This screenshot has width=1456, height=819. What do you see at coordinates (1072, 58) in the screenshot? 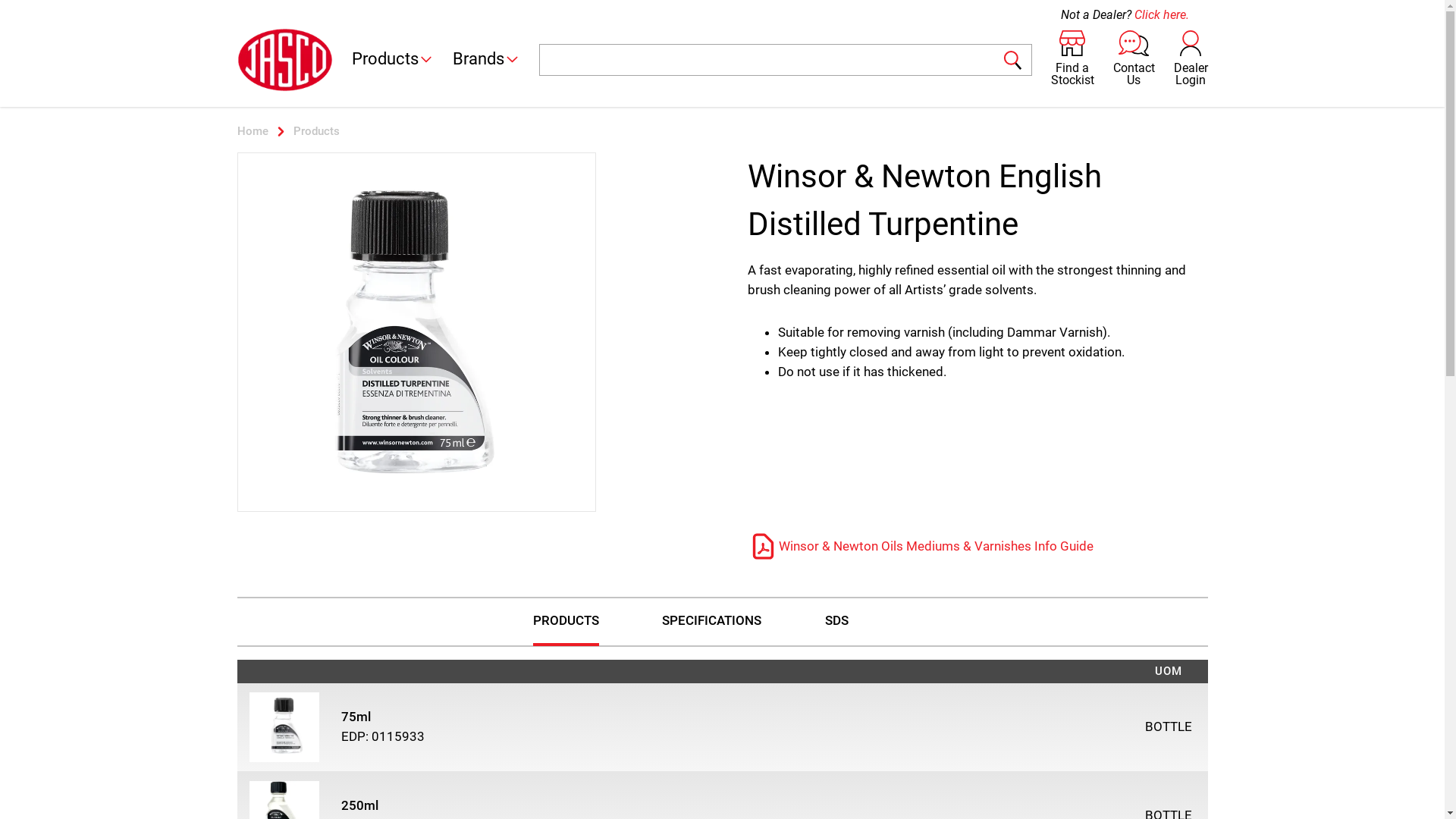
I see `'Find a` at bounding box center [1072, 58].